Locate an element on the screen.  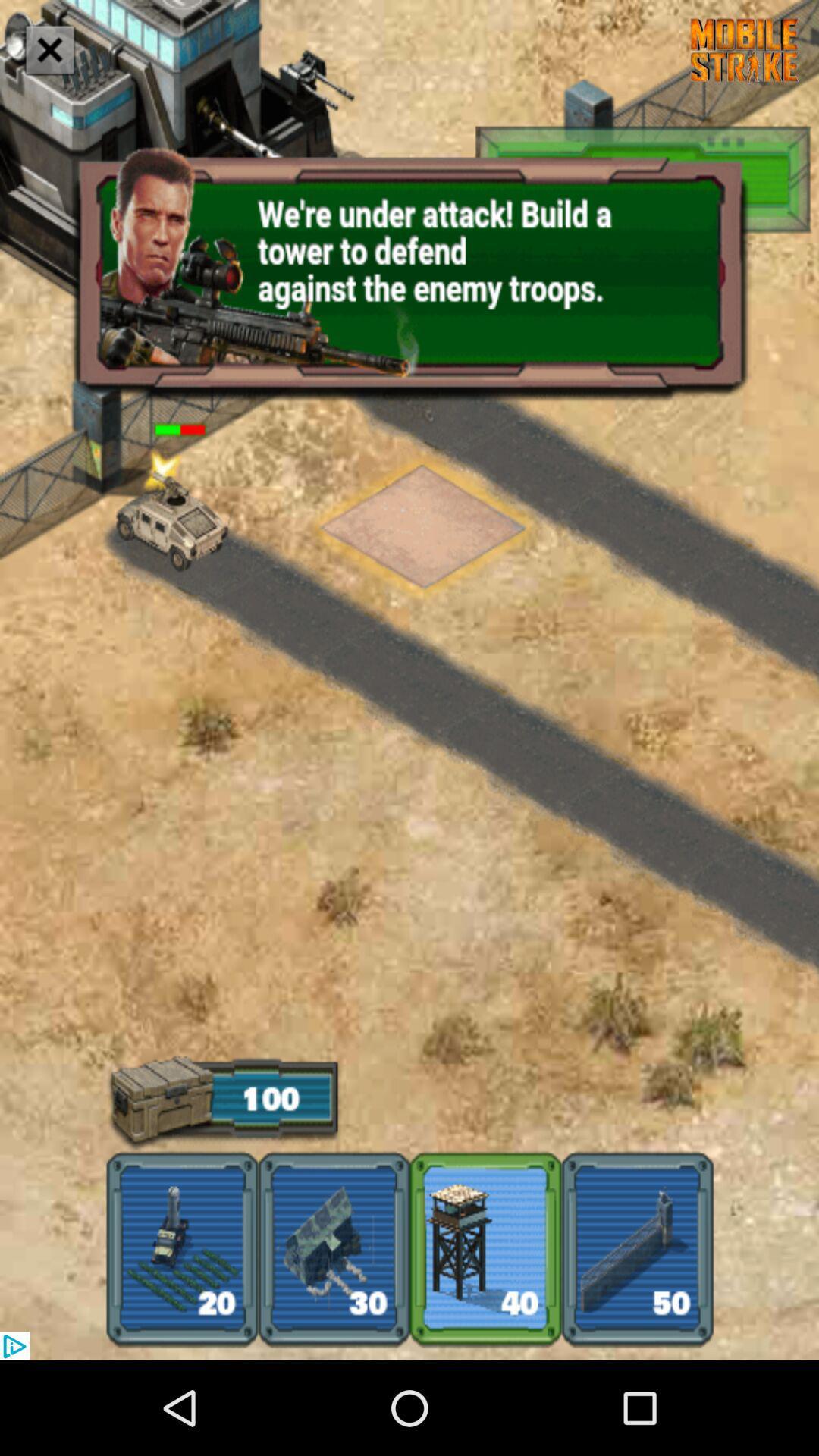
the close icon is located at coordinates (69, 74).